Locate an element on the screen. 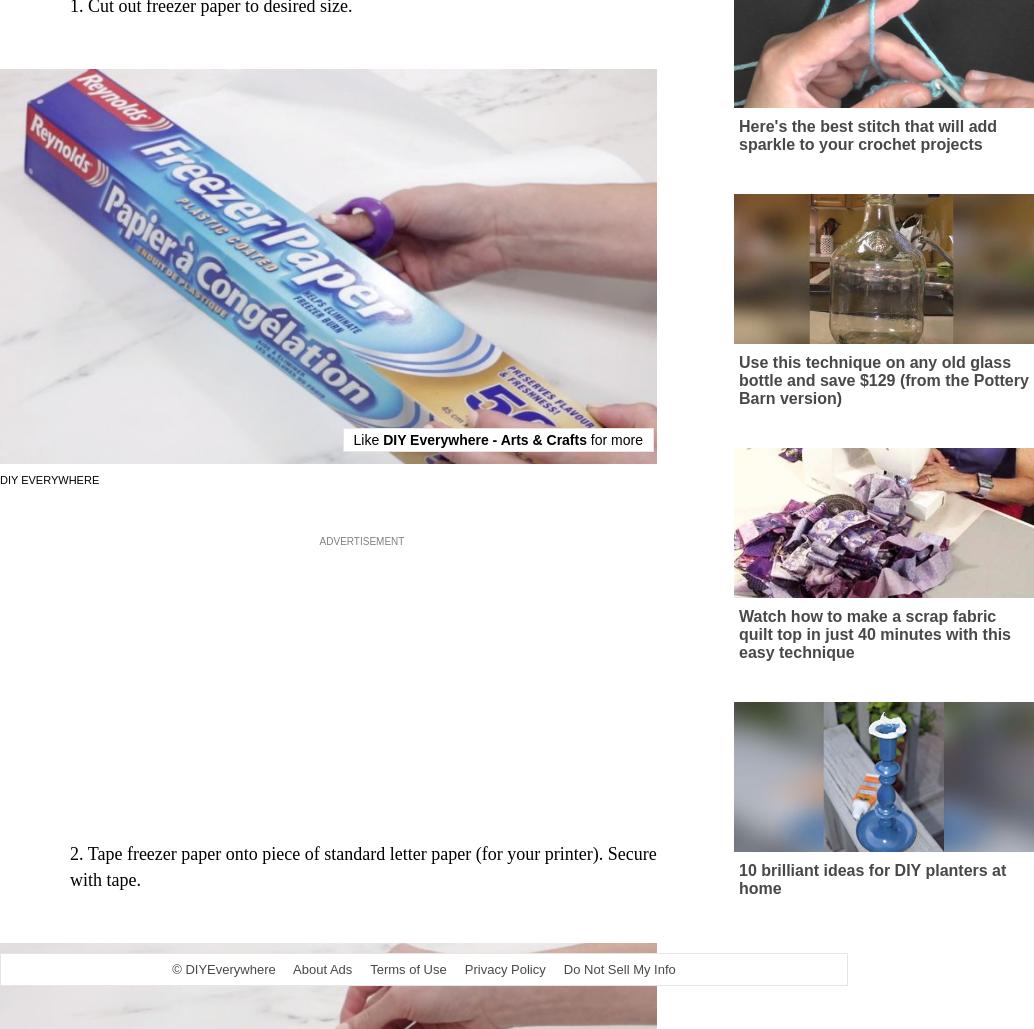  'DIY Everywhere - Arts & Crafts' is located at coordinates (483, 458).